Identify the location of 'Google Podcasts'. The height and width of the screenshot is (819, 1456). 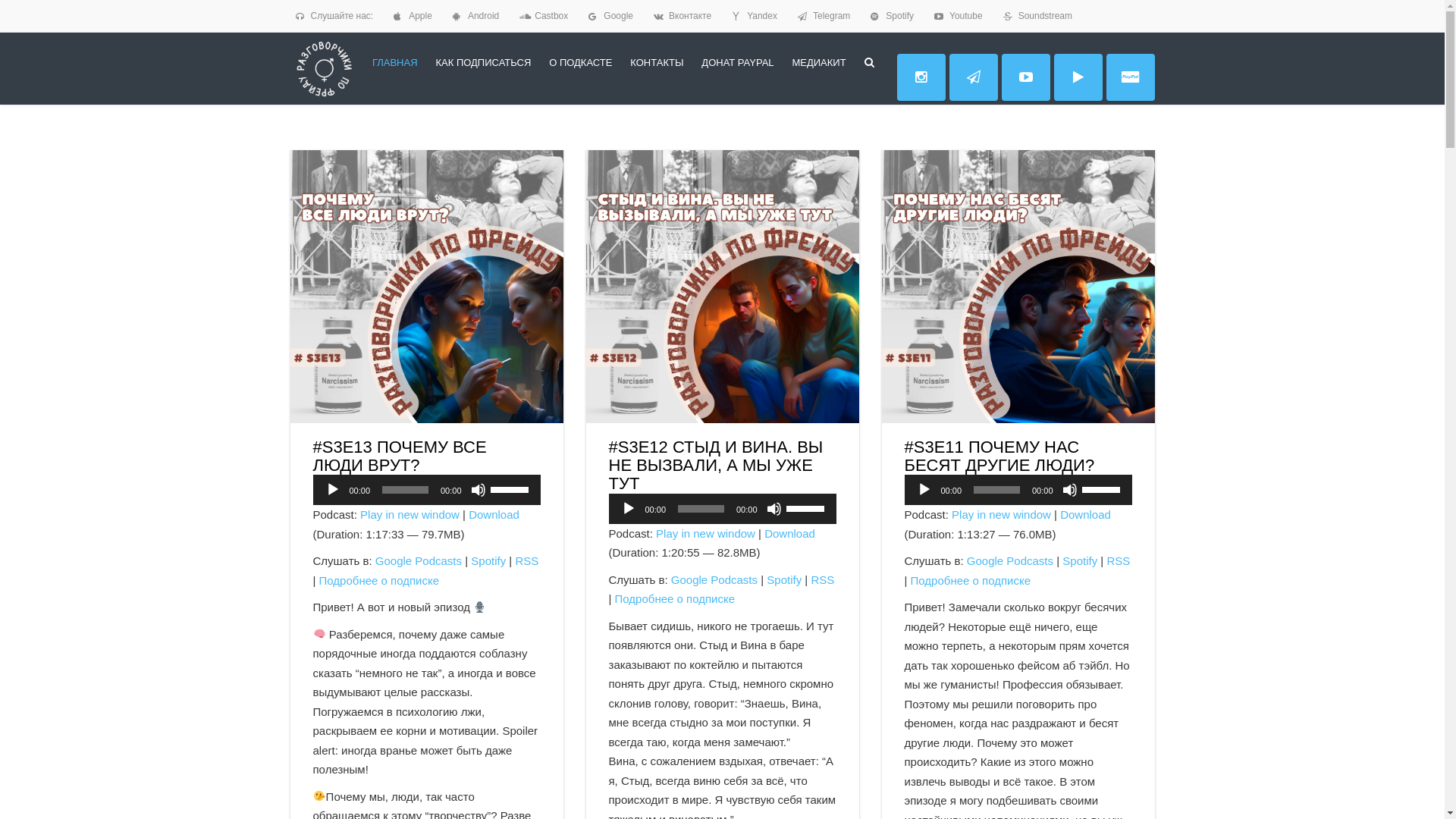
(419, 560).